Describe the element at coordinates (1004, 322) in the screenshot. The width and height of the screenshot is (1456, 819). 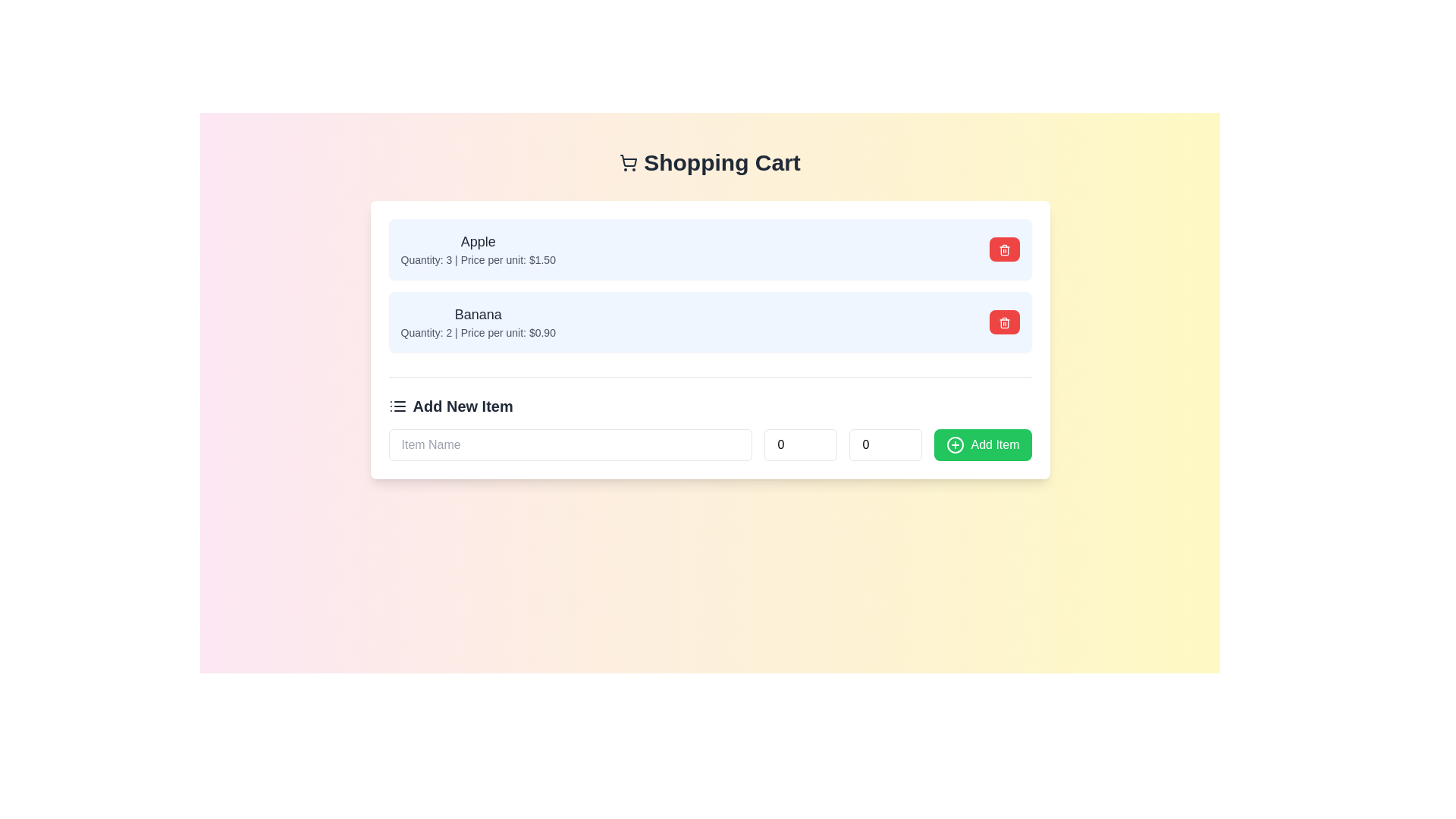
I see `the second red trash can icon in the list` at that location.